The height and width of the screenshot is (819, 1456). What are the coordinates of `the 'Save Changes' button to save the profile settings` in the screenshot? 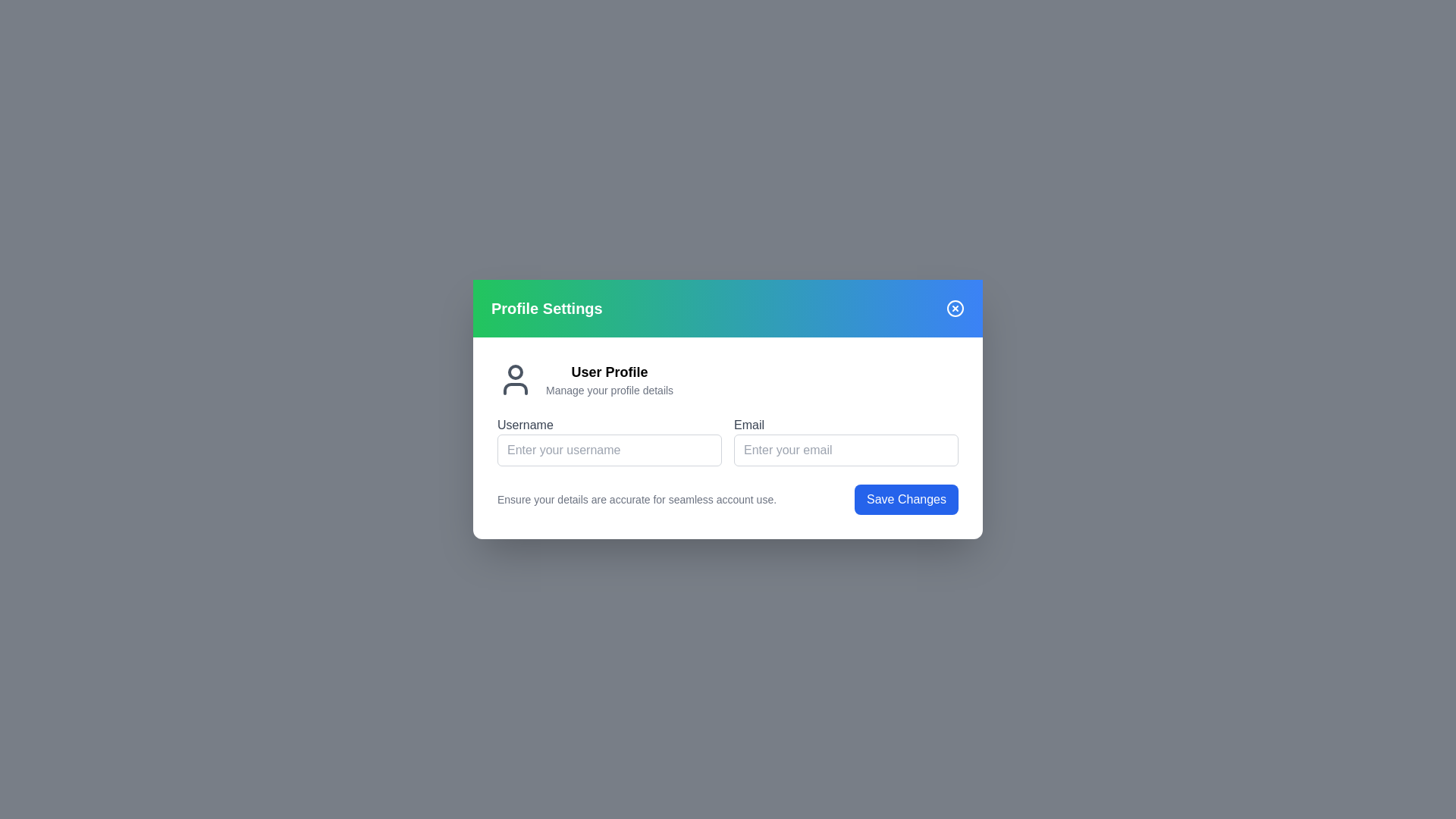 It's located at (906, 500).